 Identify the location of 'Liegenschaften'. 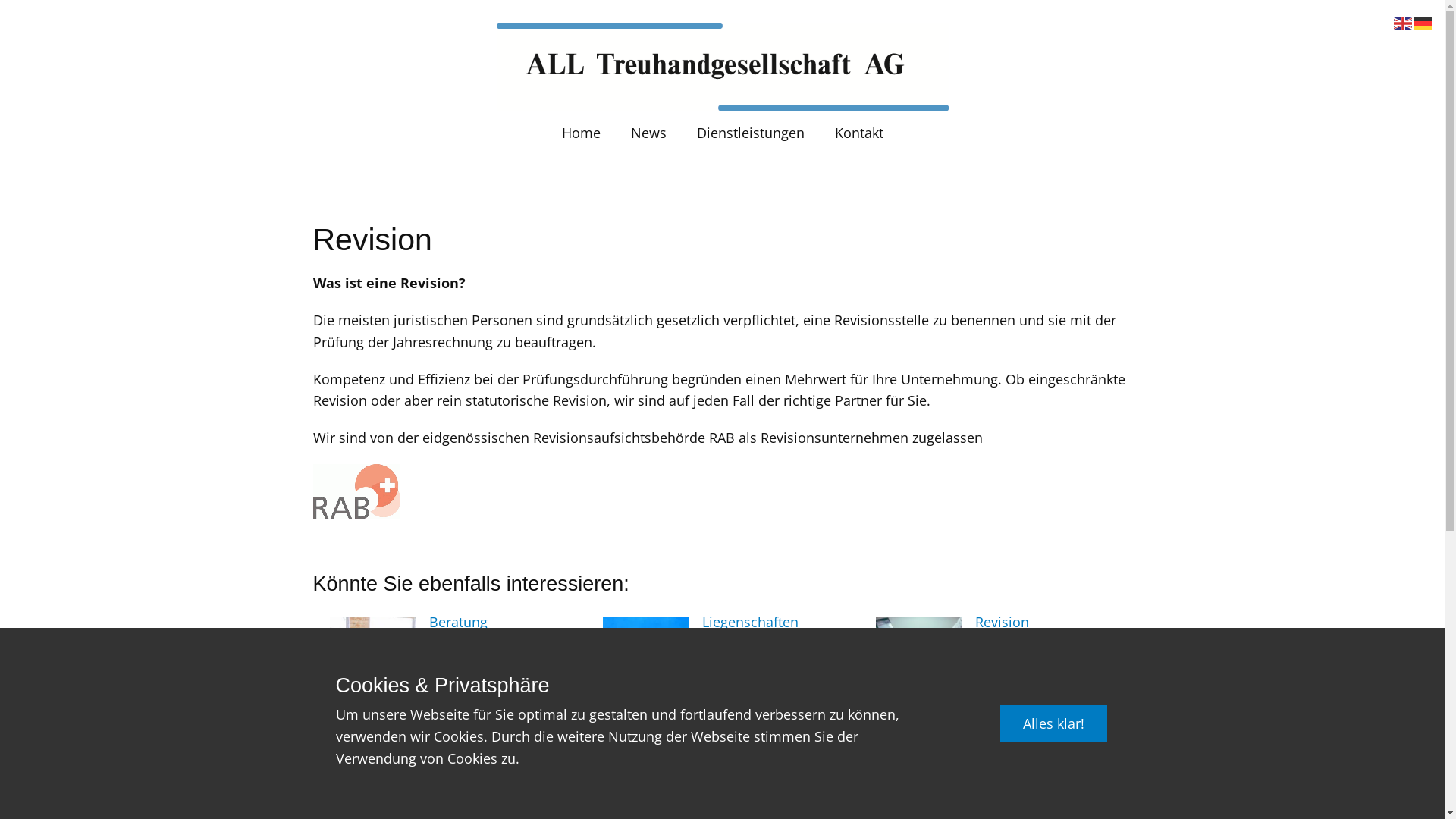
(750, 622).